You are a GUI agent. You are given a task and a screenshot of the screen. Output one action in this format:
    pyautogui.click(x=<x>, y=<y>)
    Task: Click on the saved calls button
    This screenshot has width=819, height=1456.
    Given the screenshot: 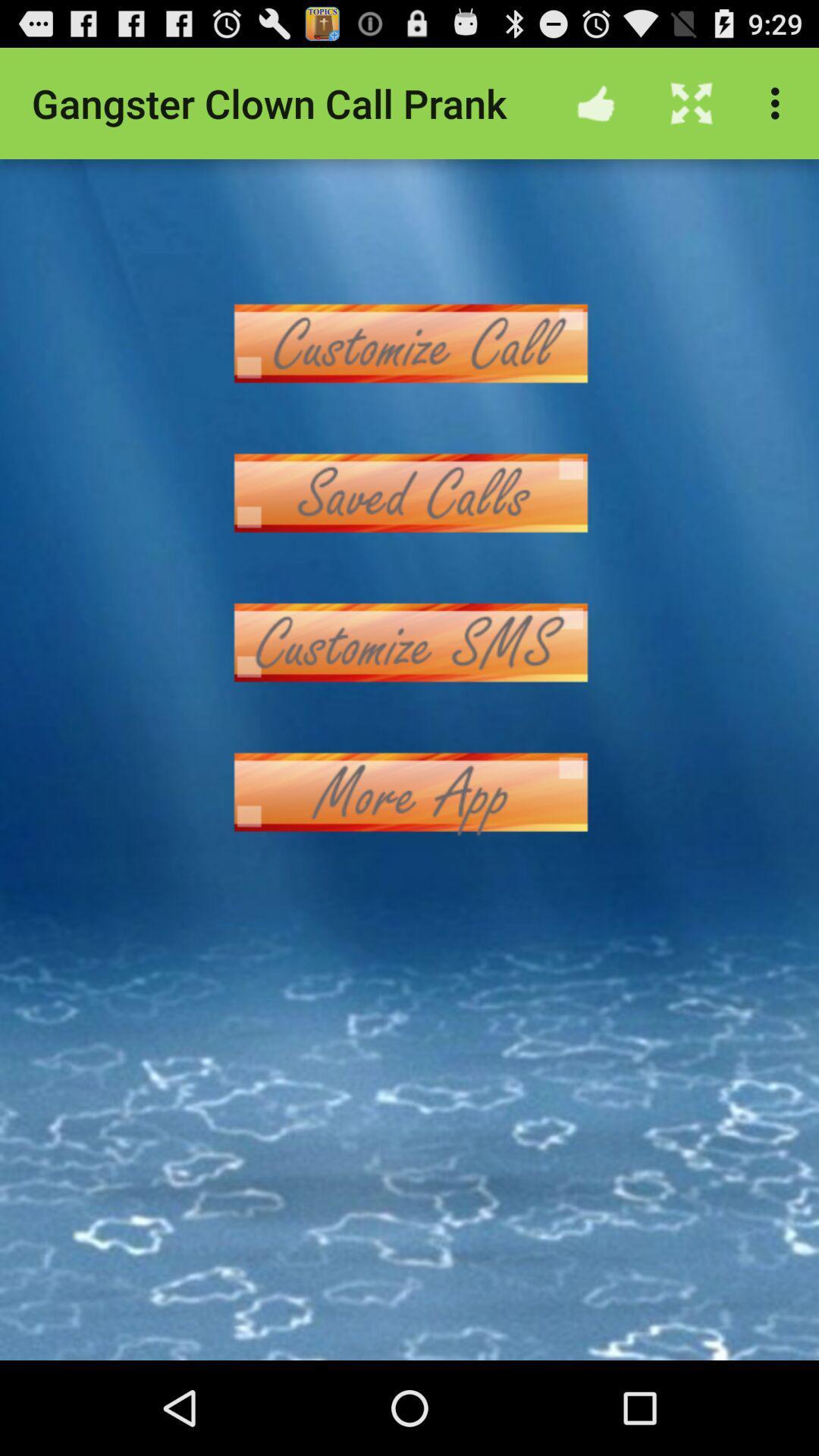 What is the action you would take?
    pyautogui.click(x=409, y=493)
    